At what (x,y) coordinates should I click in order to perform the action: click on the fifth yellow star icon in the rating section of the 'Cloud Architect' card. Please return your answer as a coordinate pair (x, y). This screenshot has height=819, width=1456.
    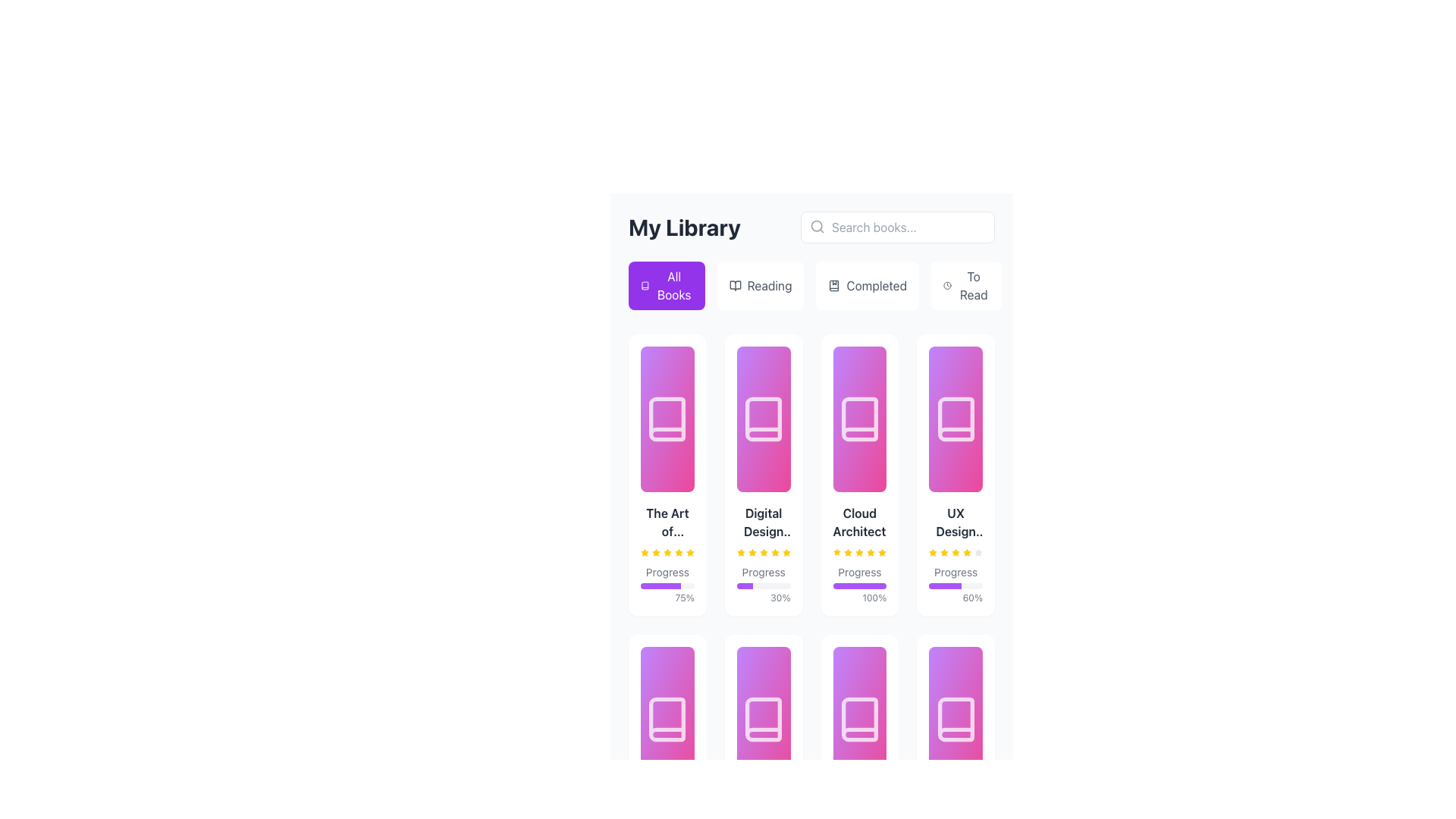
    Looking at the image, I should click on (882, 553).